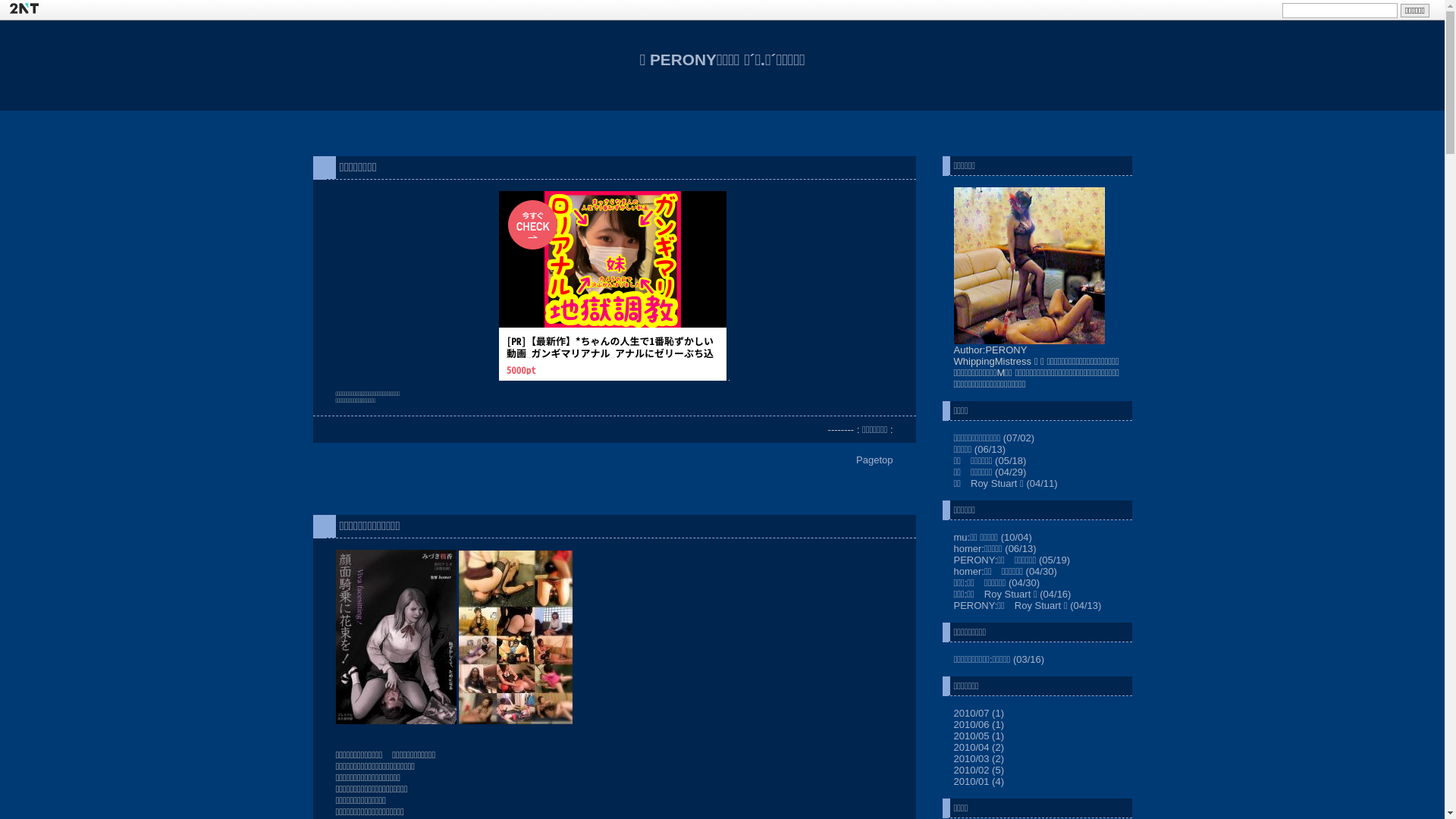 The width and height of the screenshot is (1456, 819). What do you see at coordinates (979, 770) in the screenshot?
I see `'2010/02 (5)'` at bounding box center [979, 770].